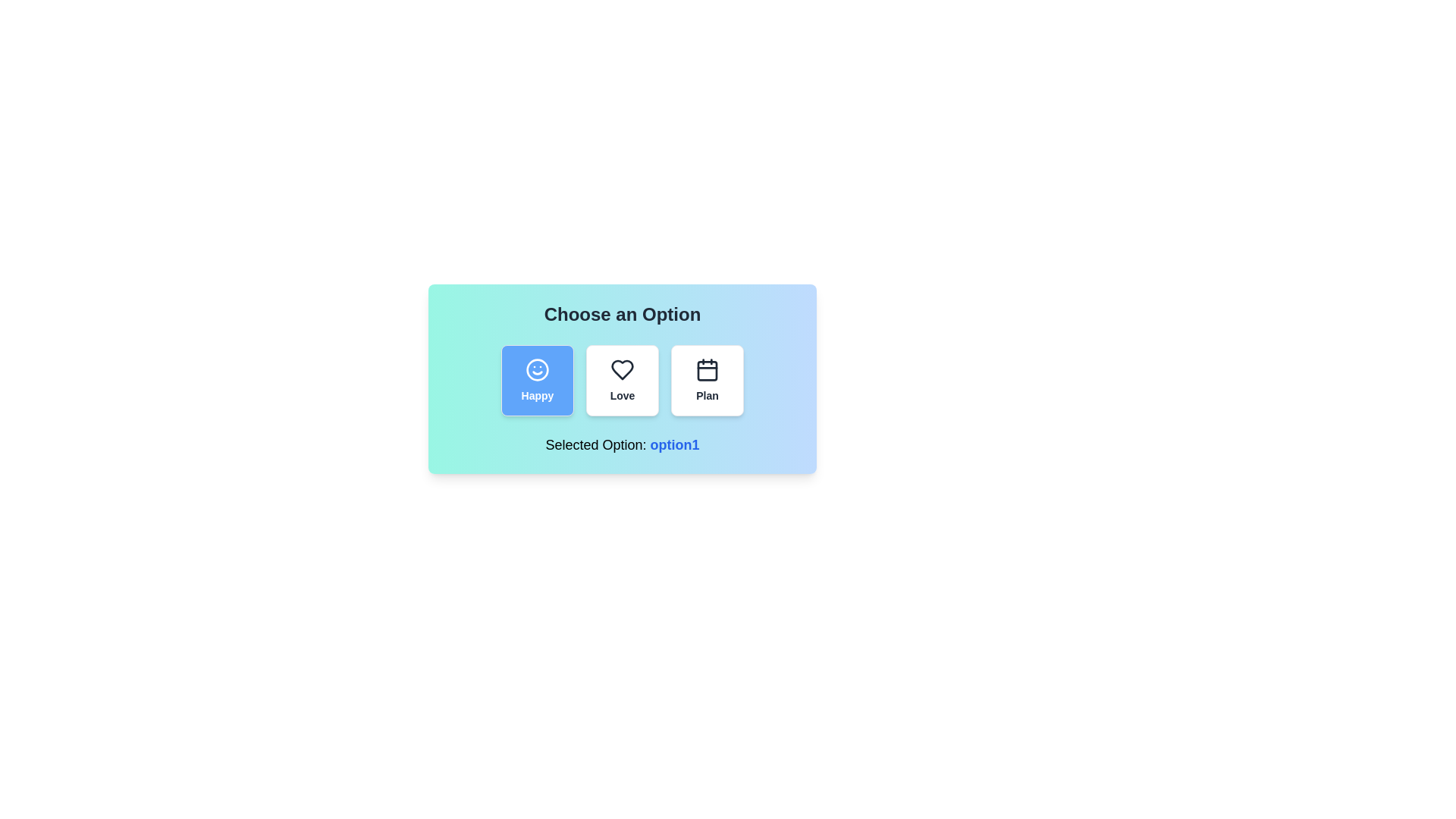 The height and width of the screenshot is (819, 1456). Describe the element at coordinates (706, 371) in the screenshot. I see `the position of the rounded rectangle within the calendar icon, specifically located in the third selectable option labeled 'Plan'` at that location.